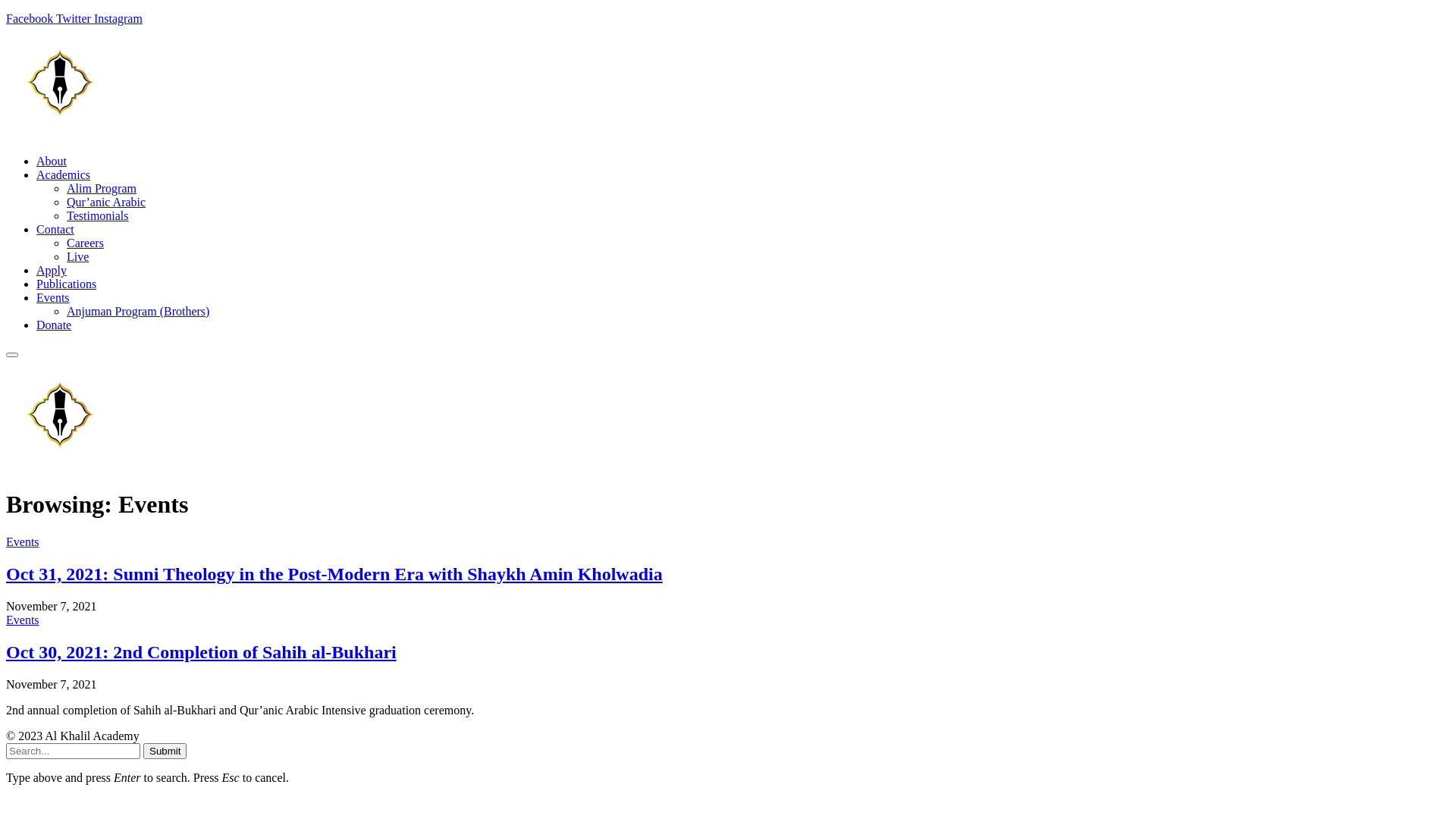 The width and height of the screenshot is (1456, 819). What do you see at coordinates (118, 18) in the screenshot?
I see `'Instagram'` at bounding box center [118, 18].